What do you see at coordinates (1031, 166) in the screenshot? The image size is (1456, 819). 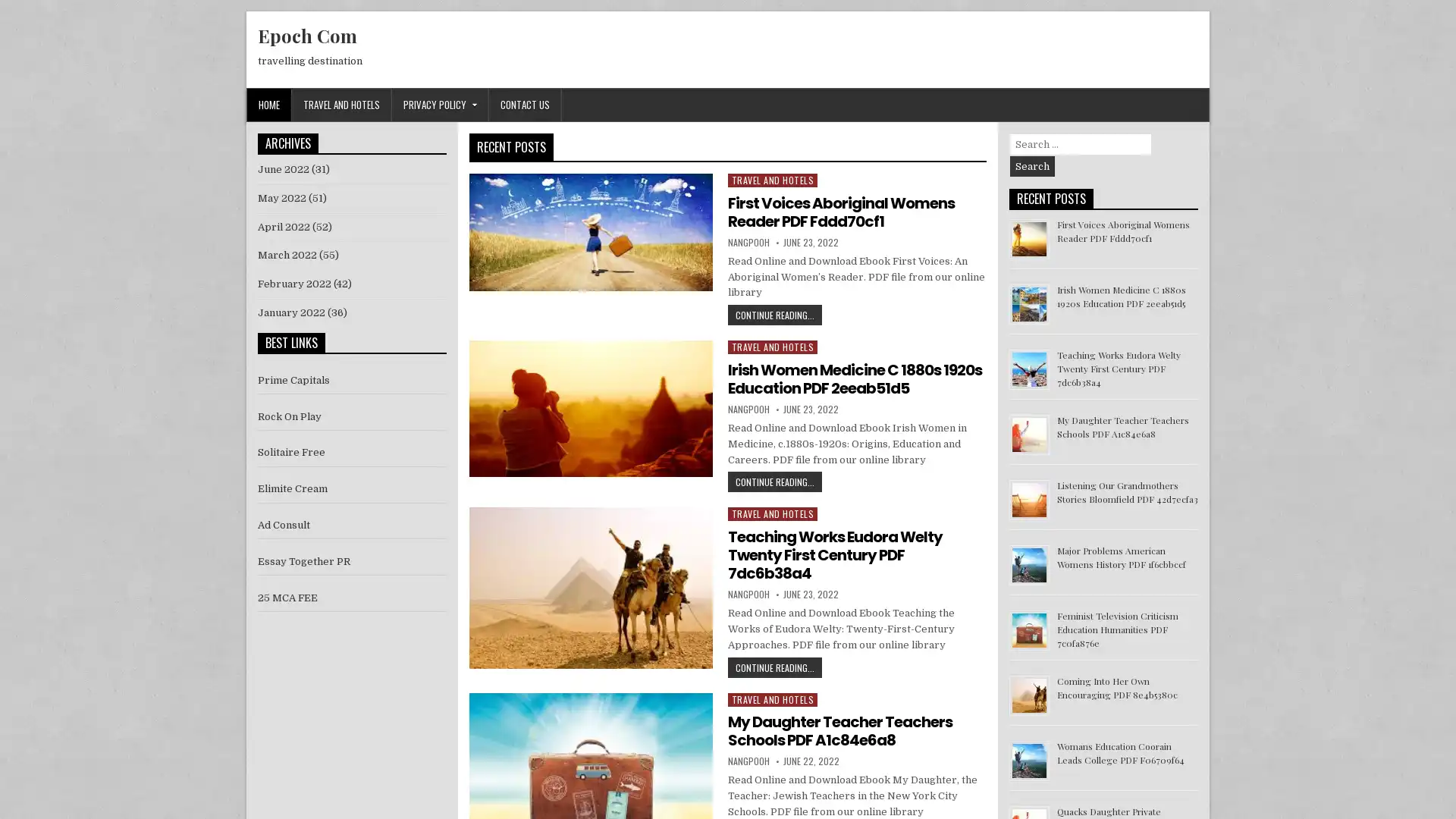 I see `Search` at bounding box center [1031, 166].